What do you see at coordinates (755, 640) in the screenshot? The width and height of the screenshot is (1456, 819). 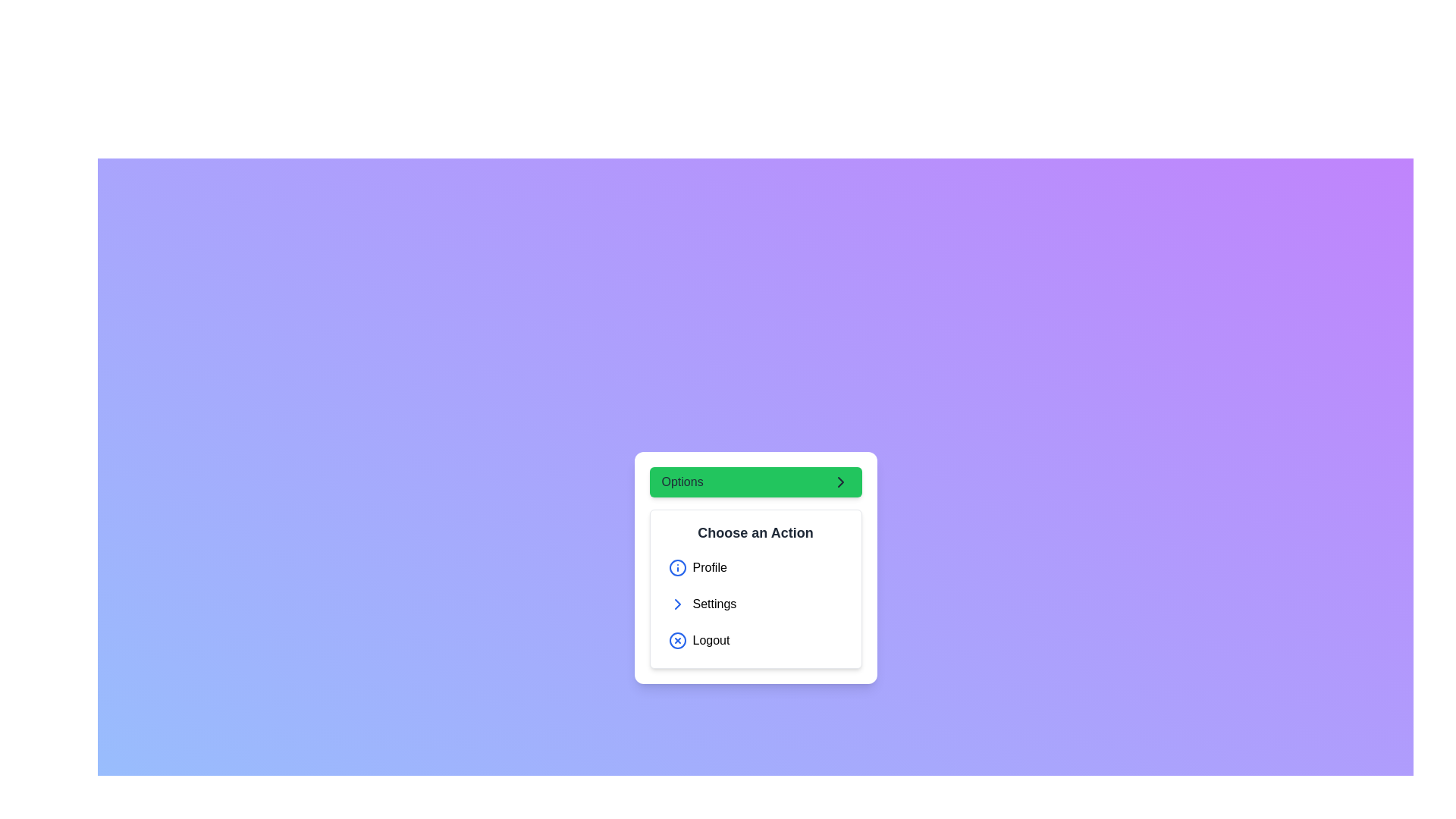 I see `the 'Logout' button located below the 'Settings' button in the white card area titled 'Choose an Action'` at bounding box center [755, 640].